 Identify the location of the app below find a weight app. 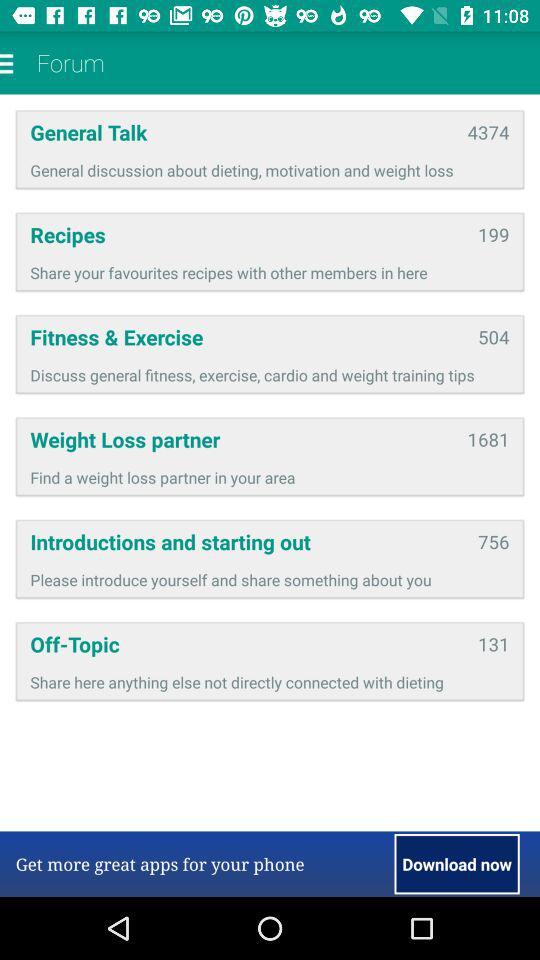
(247, 541).